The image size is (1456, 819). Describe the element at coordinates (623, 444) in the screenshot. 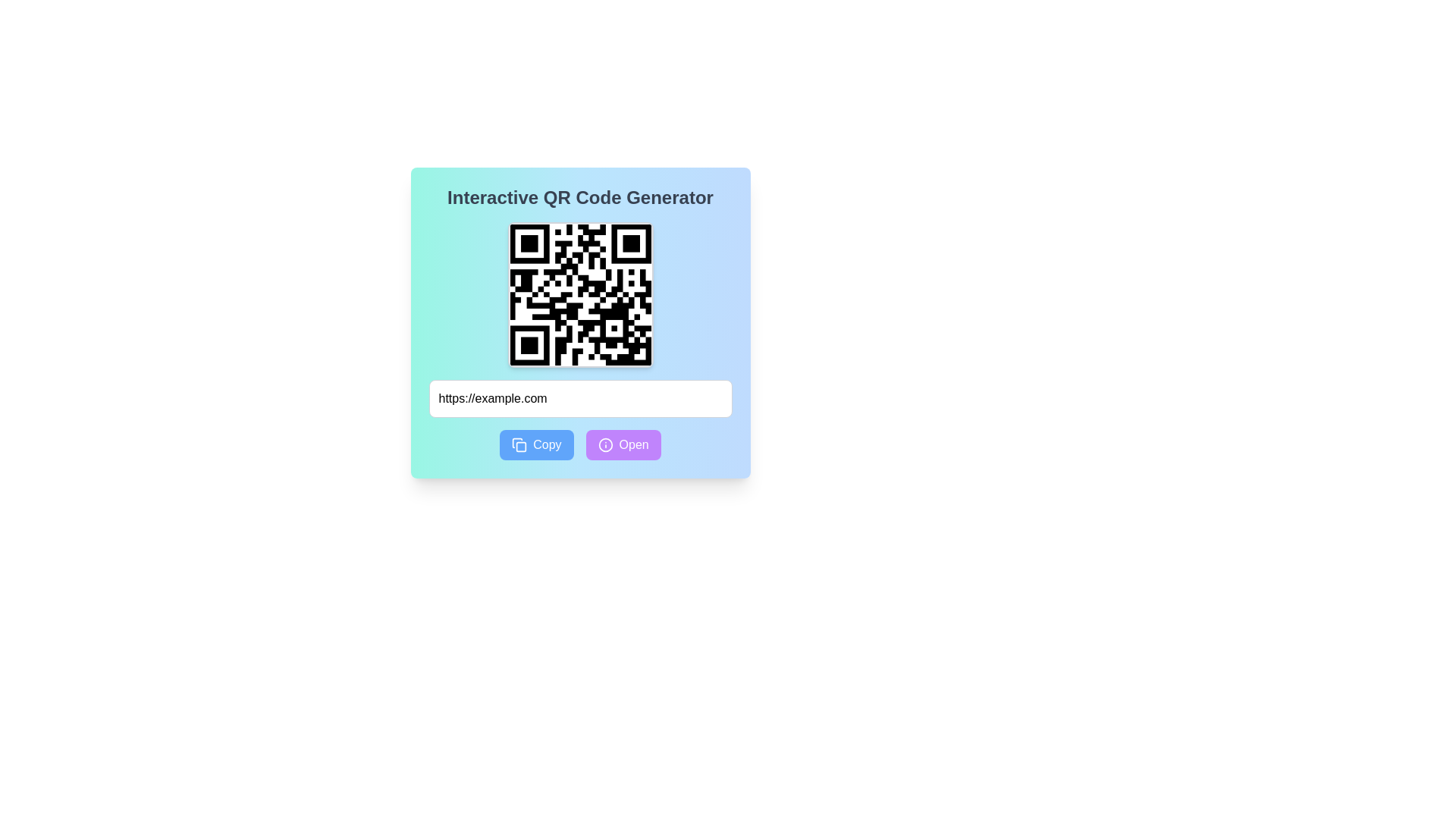

I see `the 'Open' button, which is a rectangular button with rounded corners, a purple background, and an information icon, located immediately to the right of the 'Copy' button in the lower-right section of the control area` at that location.